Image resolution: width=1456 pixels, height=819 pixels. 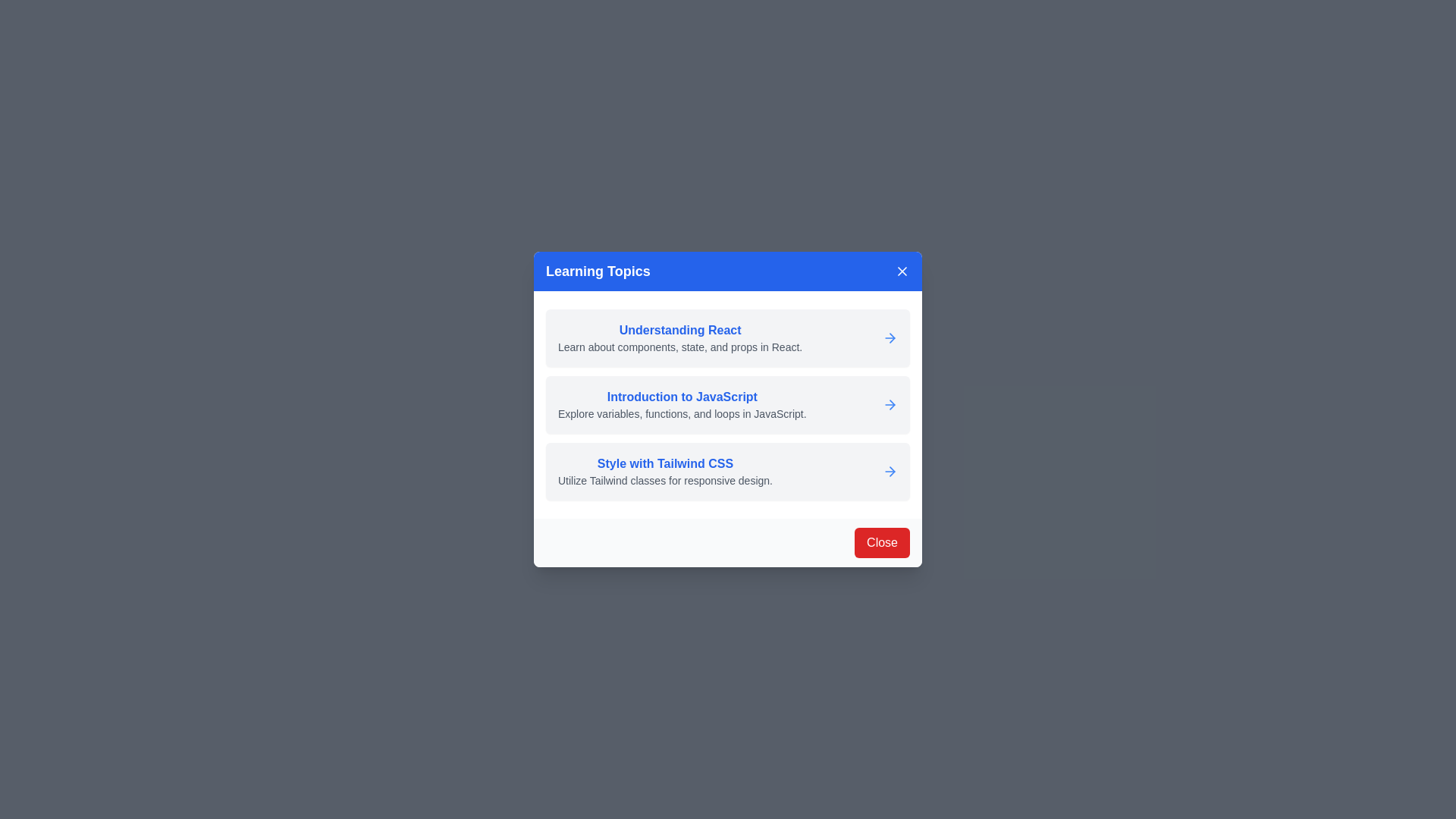 I want to click on the close button located at the bottom-right corner of the 'Learning Topics' modal dialog, so click(x=882, y=542).